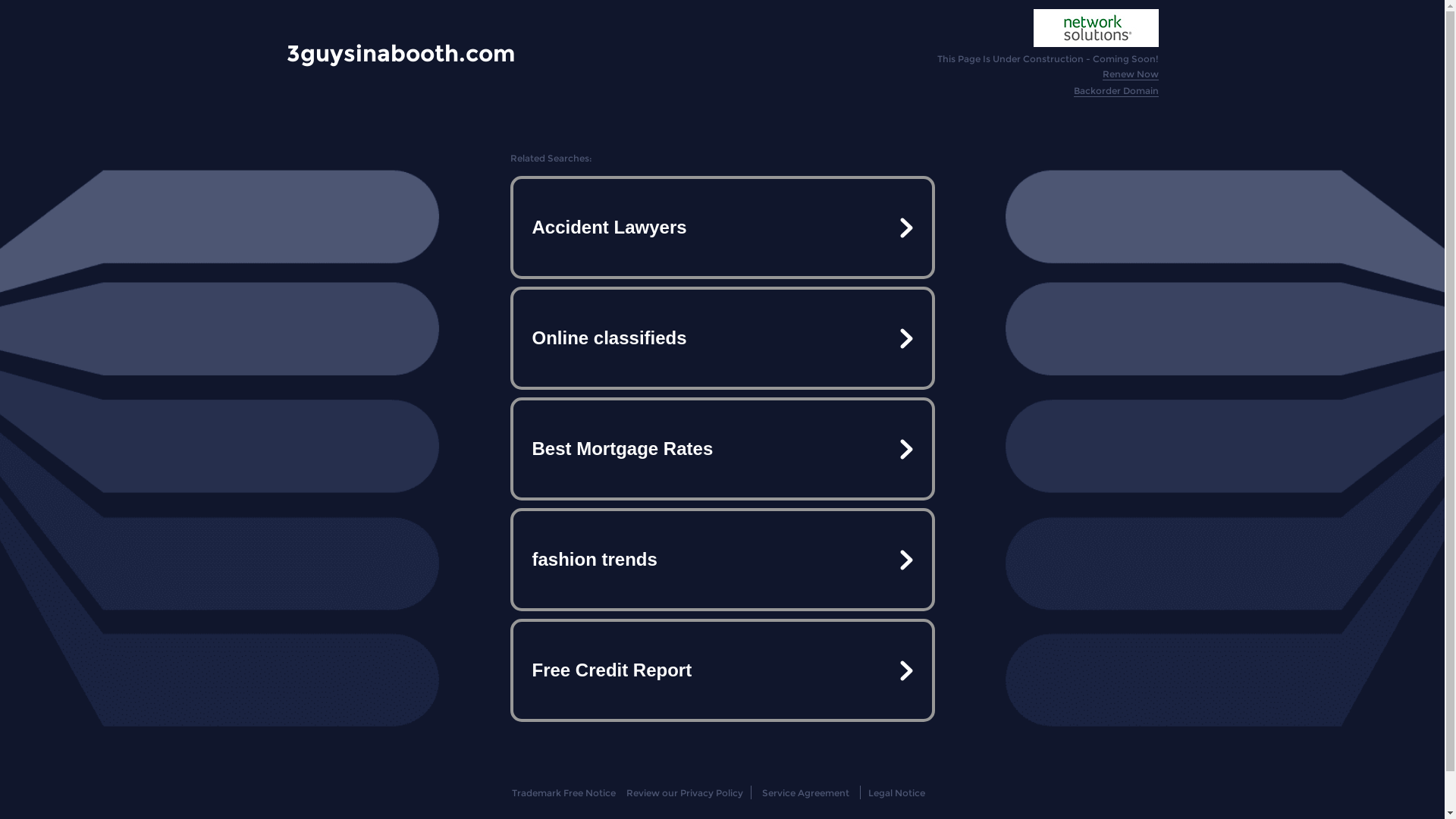 The height and width of the screenshot is (819, 1456). I want to click on 'Backorder Domain', so click(1116, 90).